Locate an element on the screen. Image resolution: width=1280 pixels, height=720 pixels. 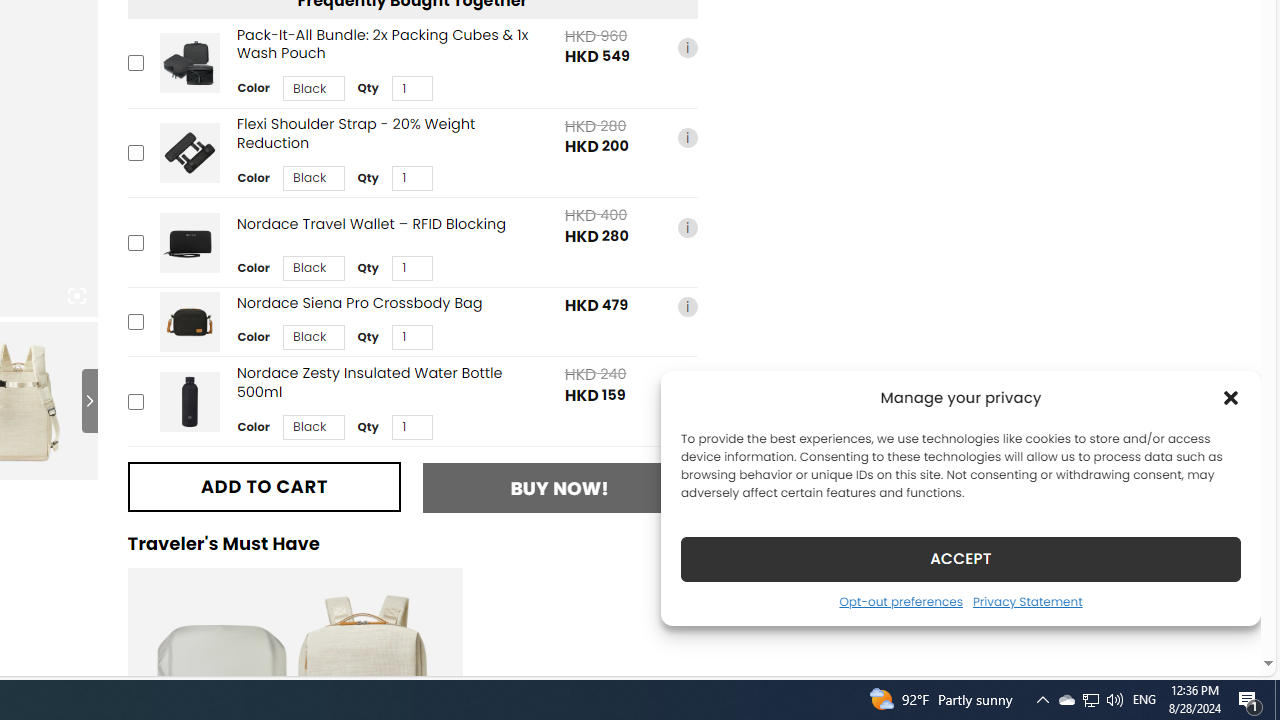
'Privacy Statement' is located at coordinates (1027, 600).